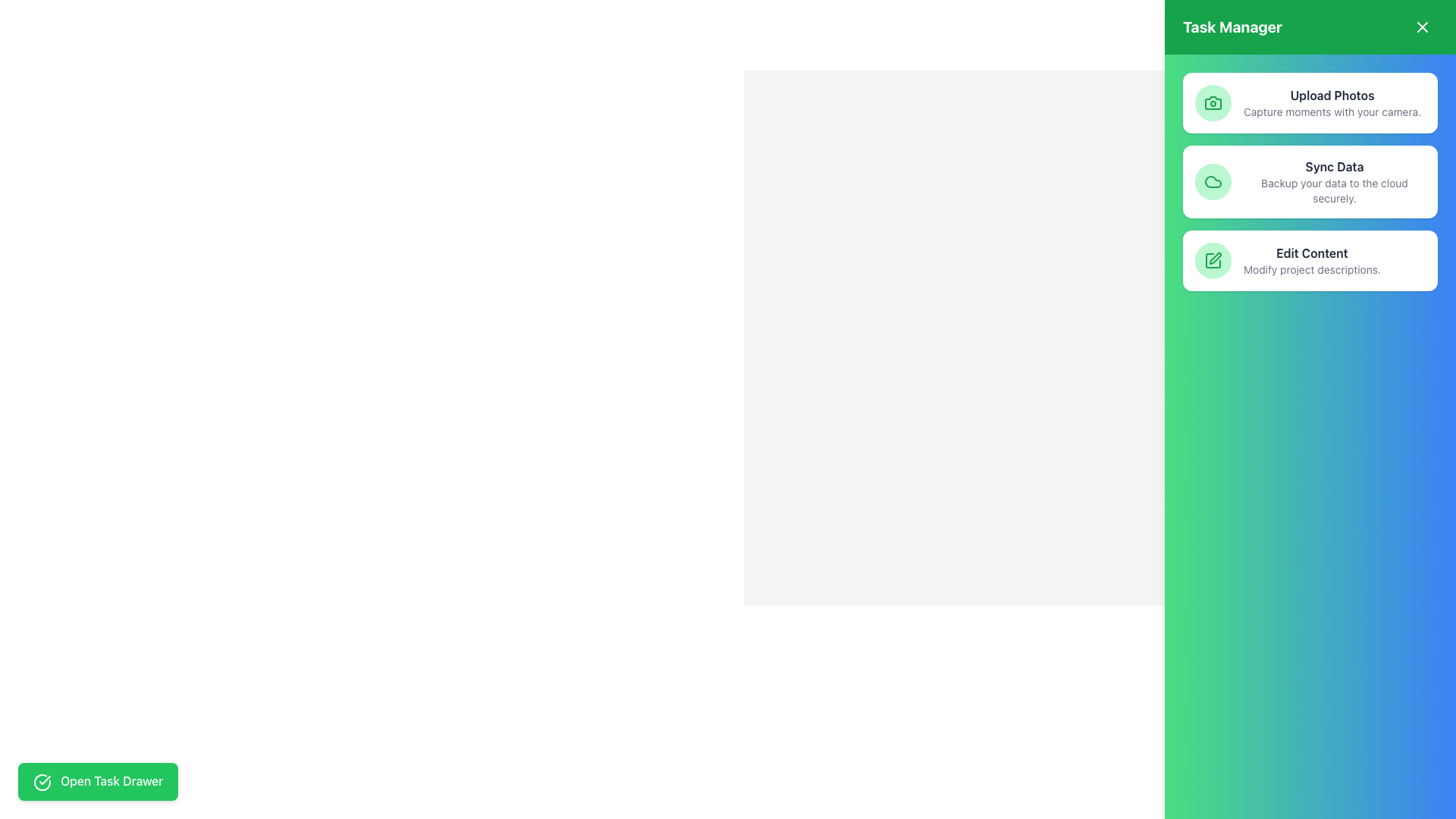 The height and width of the screenshot is (819, 1456). I want to click on the graphical icon that supports the 'Edit Content' button, which symbolizes editing functionalities, located under the 'Edit Content' button in the right panel, so click(1216, 257).